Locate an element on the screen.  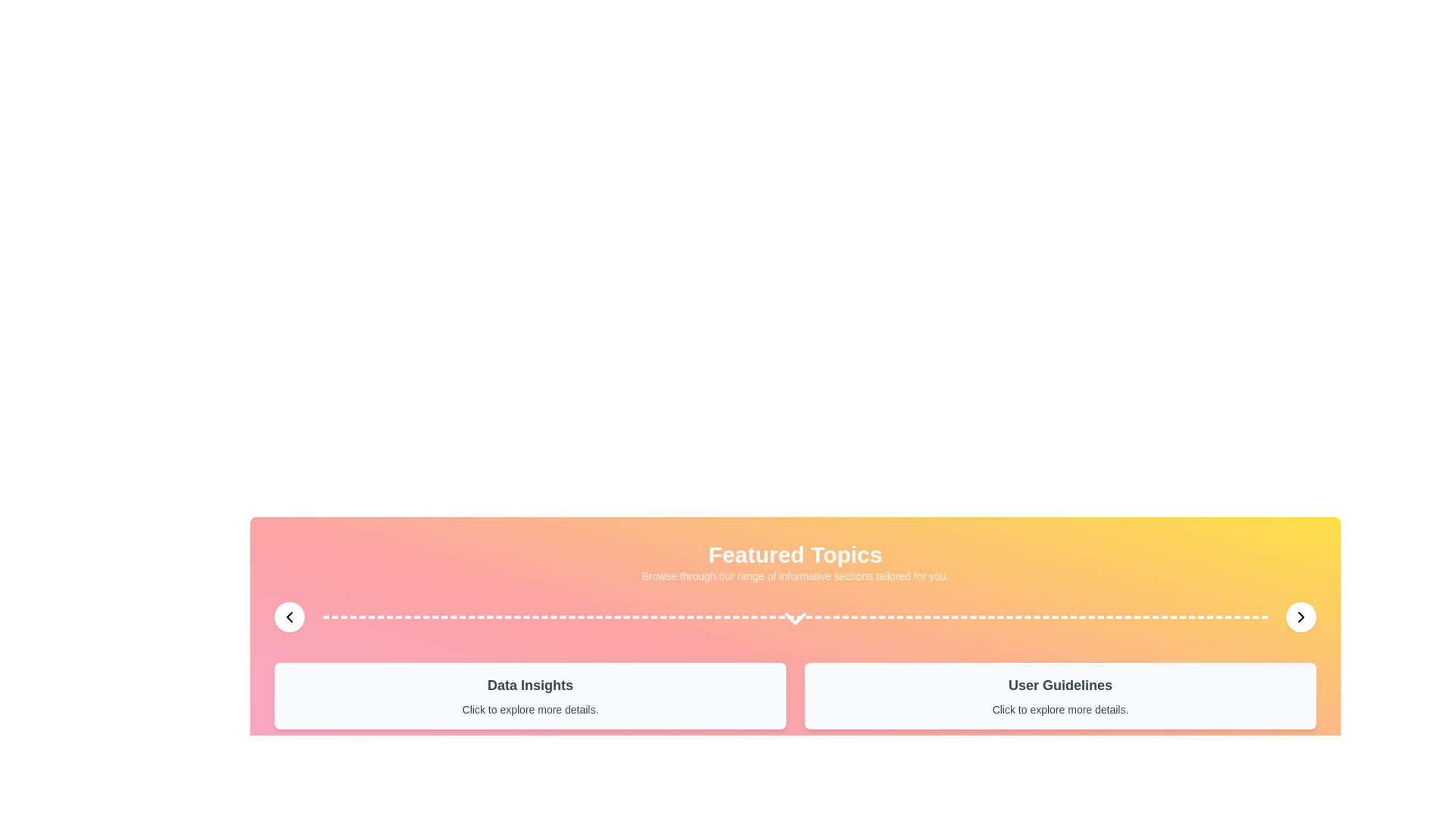
the left-facing chevron icon within the circular button is located at coordinates (290, 617).